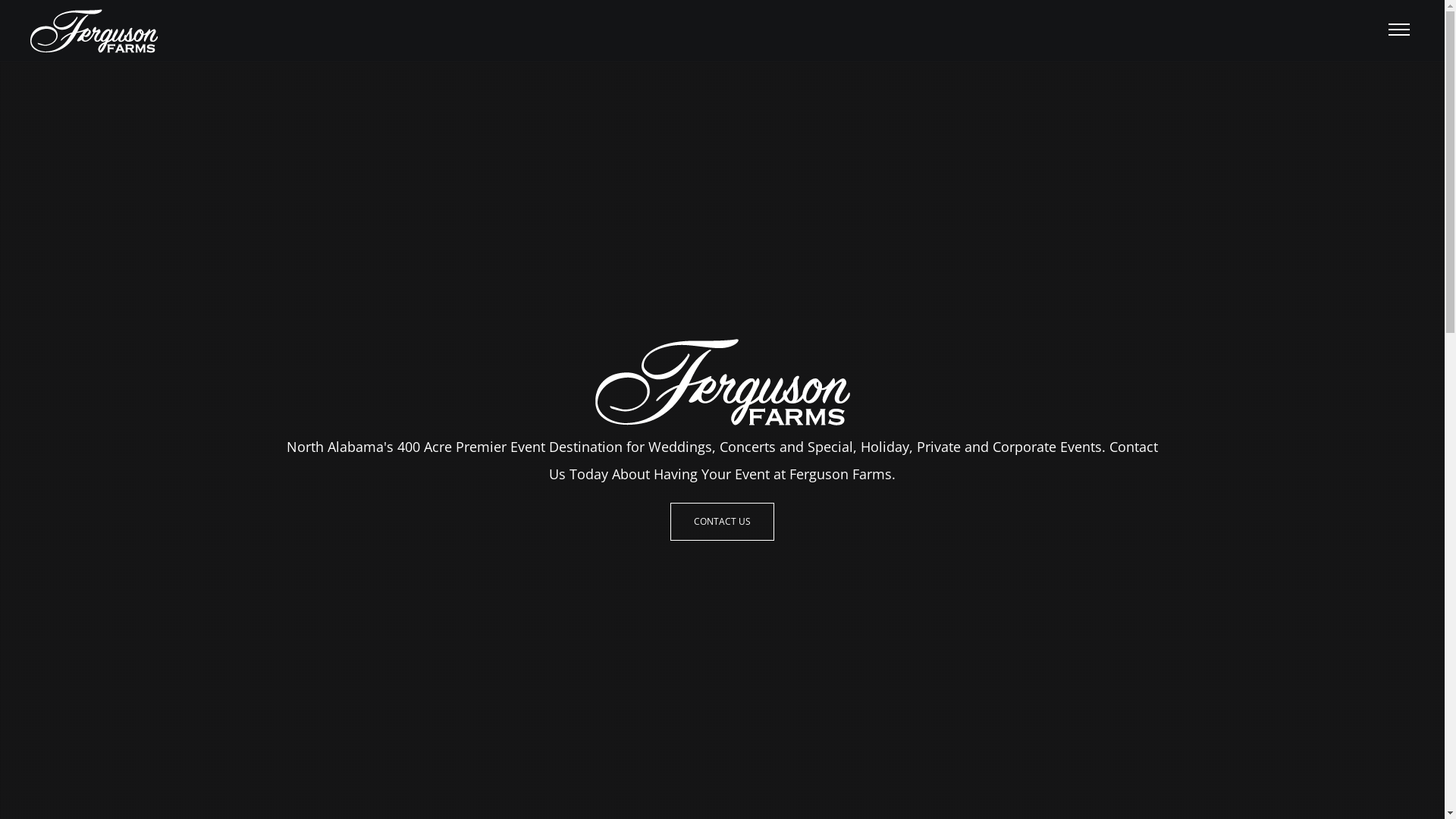 The image size is (1456, 819). I want to click on 'CONTACT US', so click(721, 520).